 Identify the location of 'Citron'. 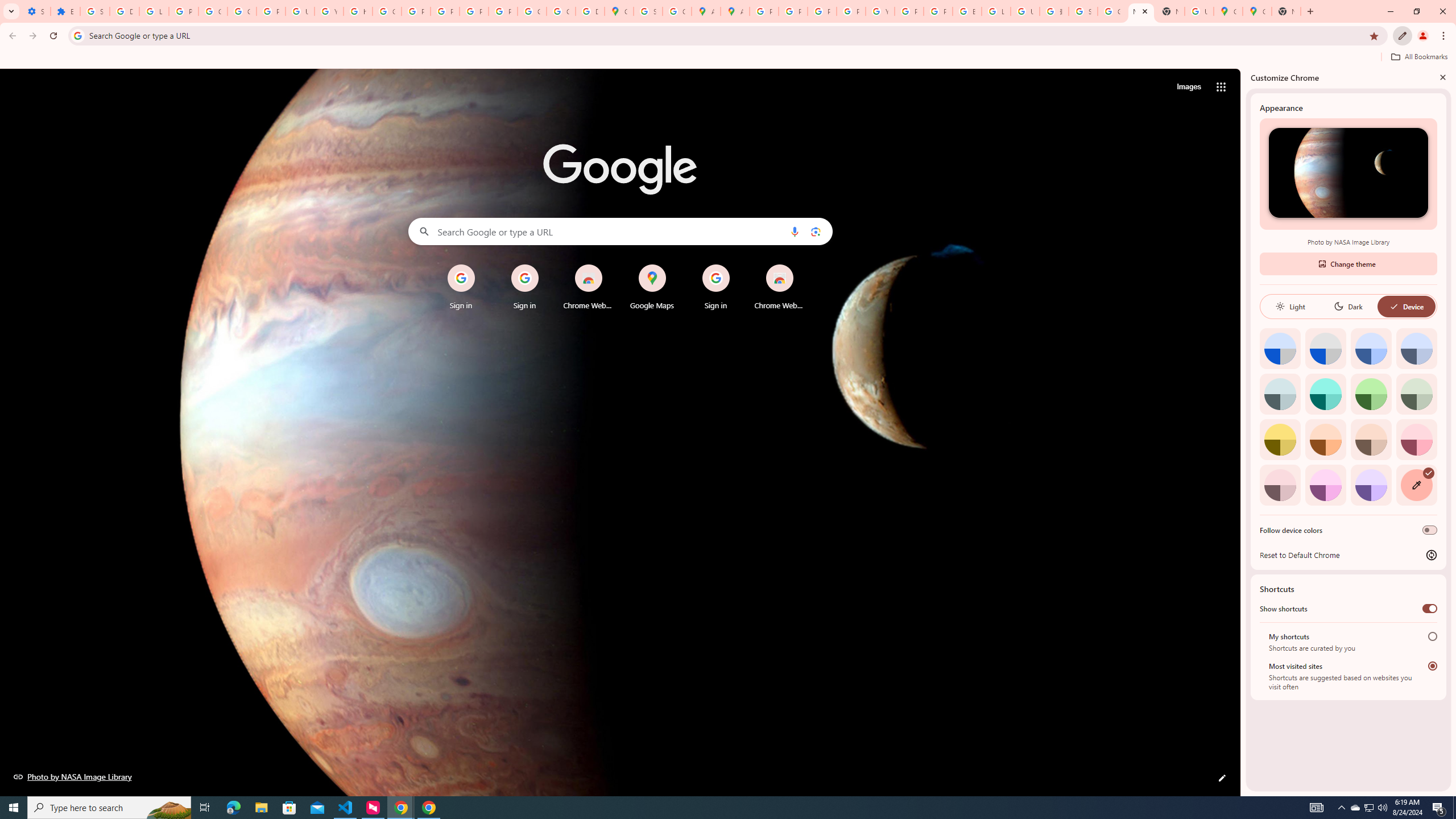
(1280, 439).